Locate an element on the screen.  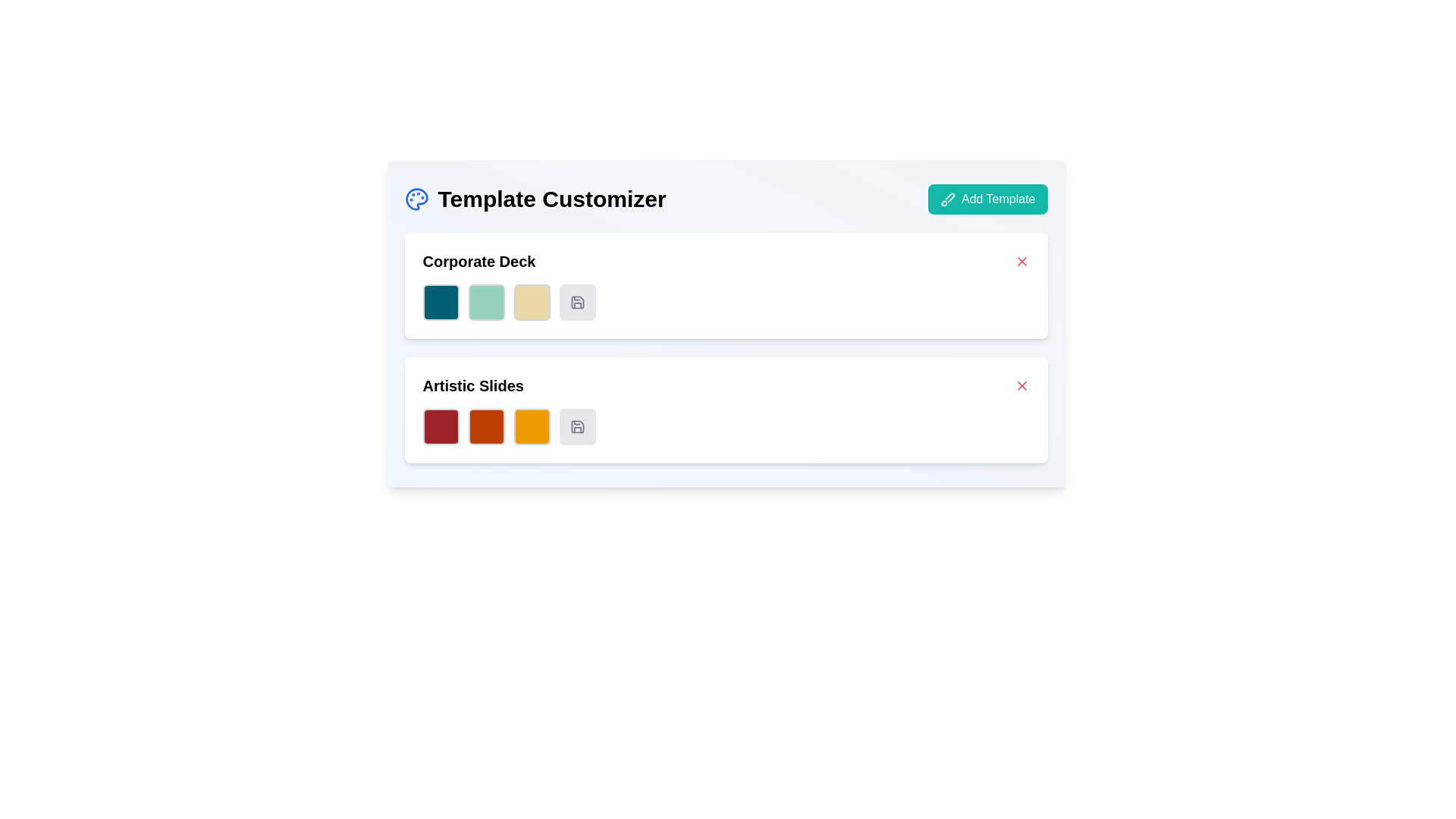
the small red 'X' icon located on the far right side of the 'Artistic Slides' section is located at coordinates (1021, 385).